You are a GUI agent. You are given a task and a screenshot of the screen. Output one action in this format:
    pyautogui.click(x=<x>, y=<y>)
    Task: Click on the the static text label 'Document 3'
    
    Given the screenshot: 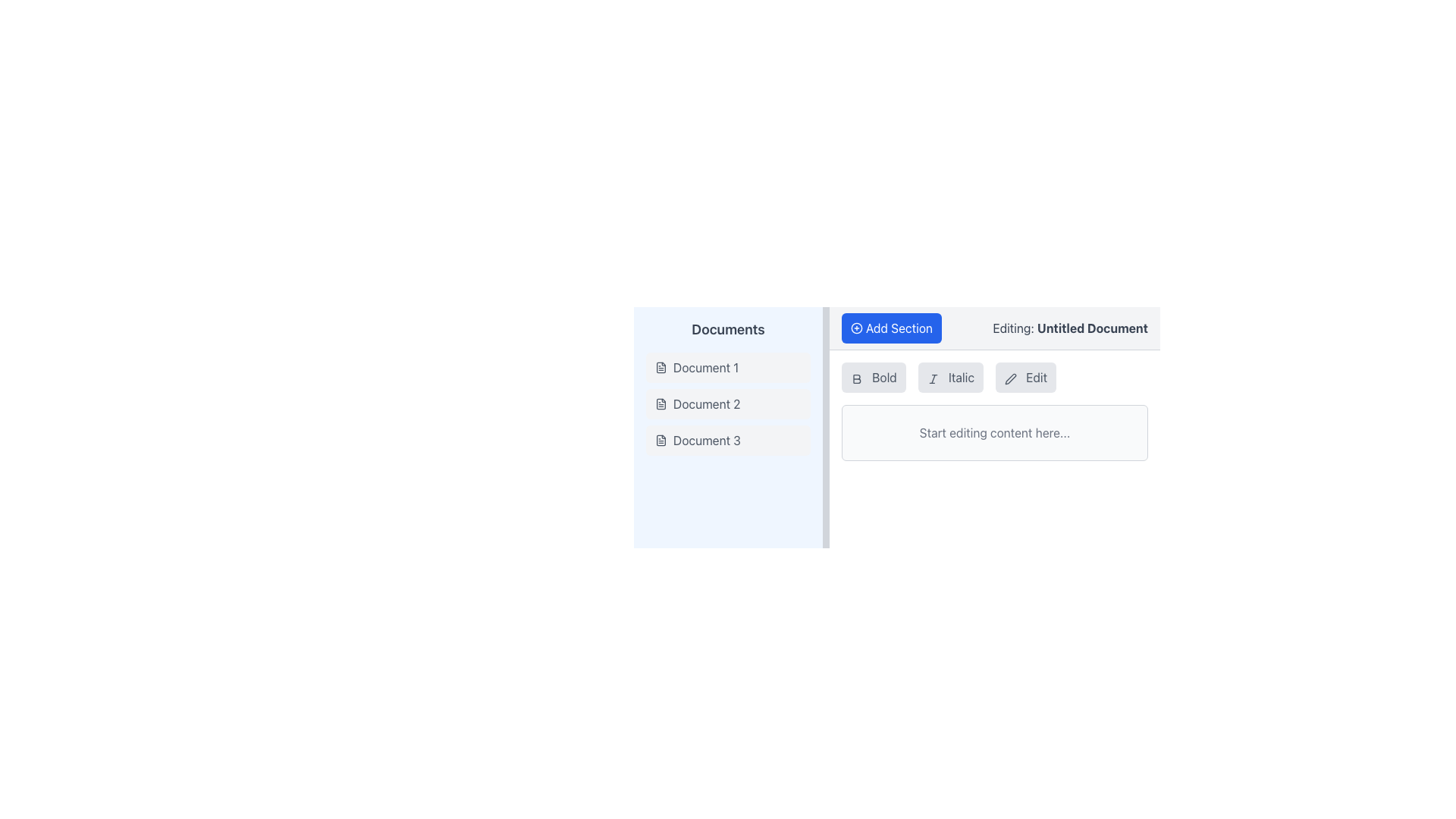 What is the action you would take?
    pyautogui.click(x=706, y=441)
    